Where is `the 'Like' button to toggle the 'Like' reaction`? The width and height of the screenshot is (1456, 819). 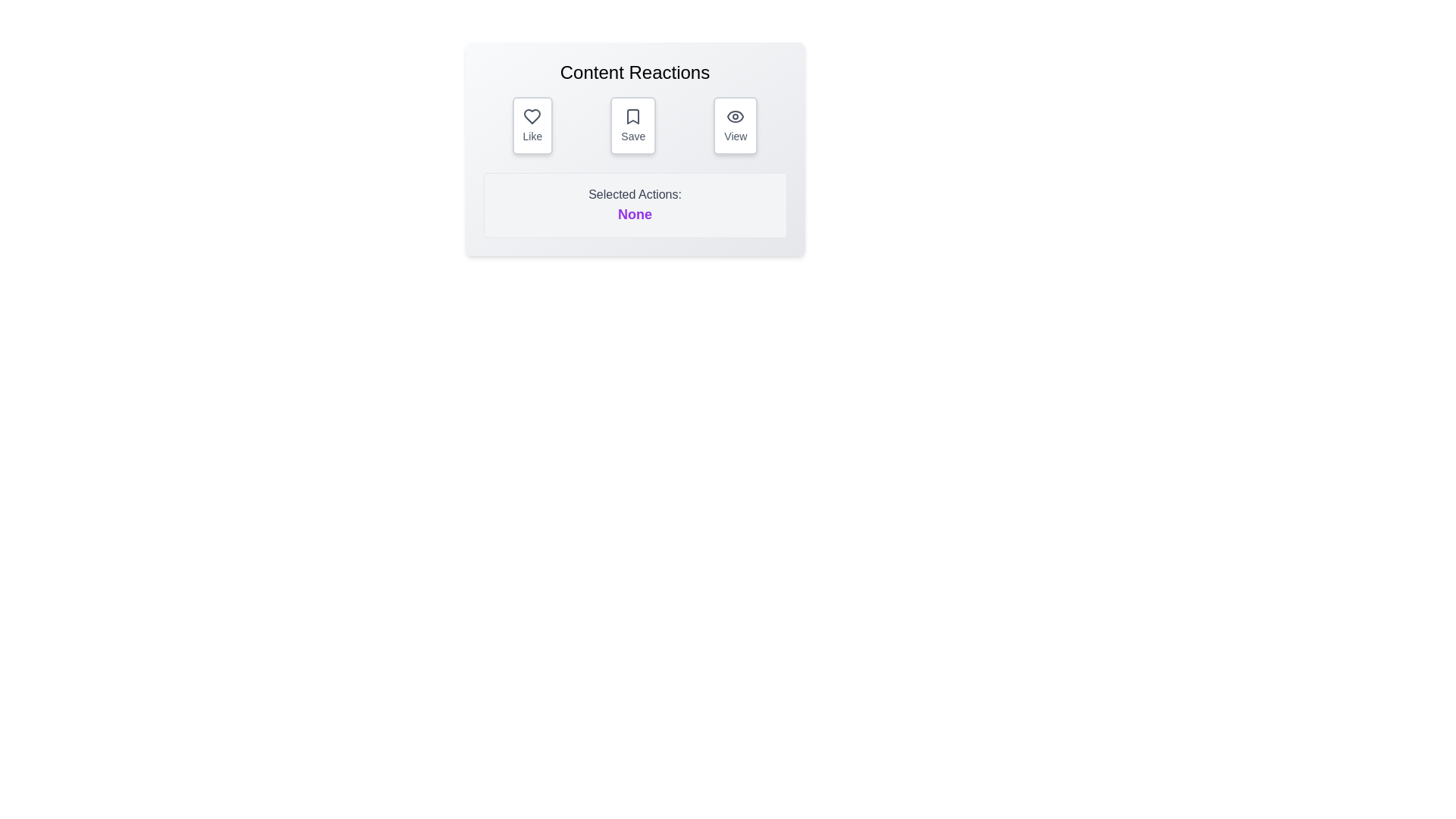
the 'Like' button to toggle the 'Like' reaction is located at coordinates (532, 124).